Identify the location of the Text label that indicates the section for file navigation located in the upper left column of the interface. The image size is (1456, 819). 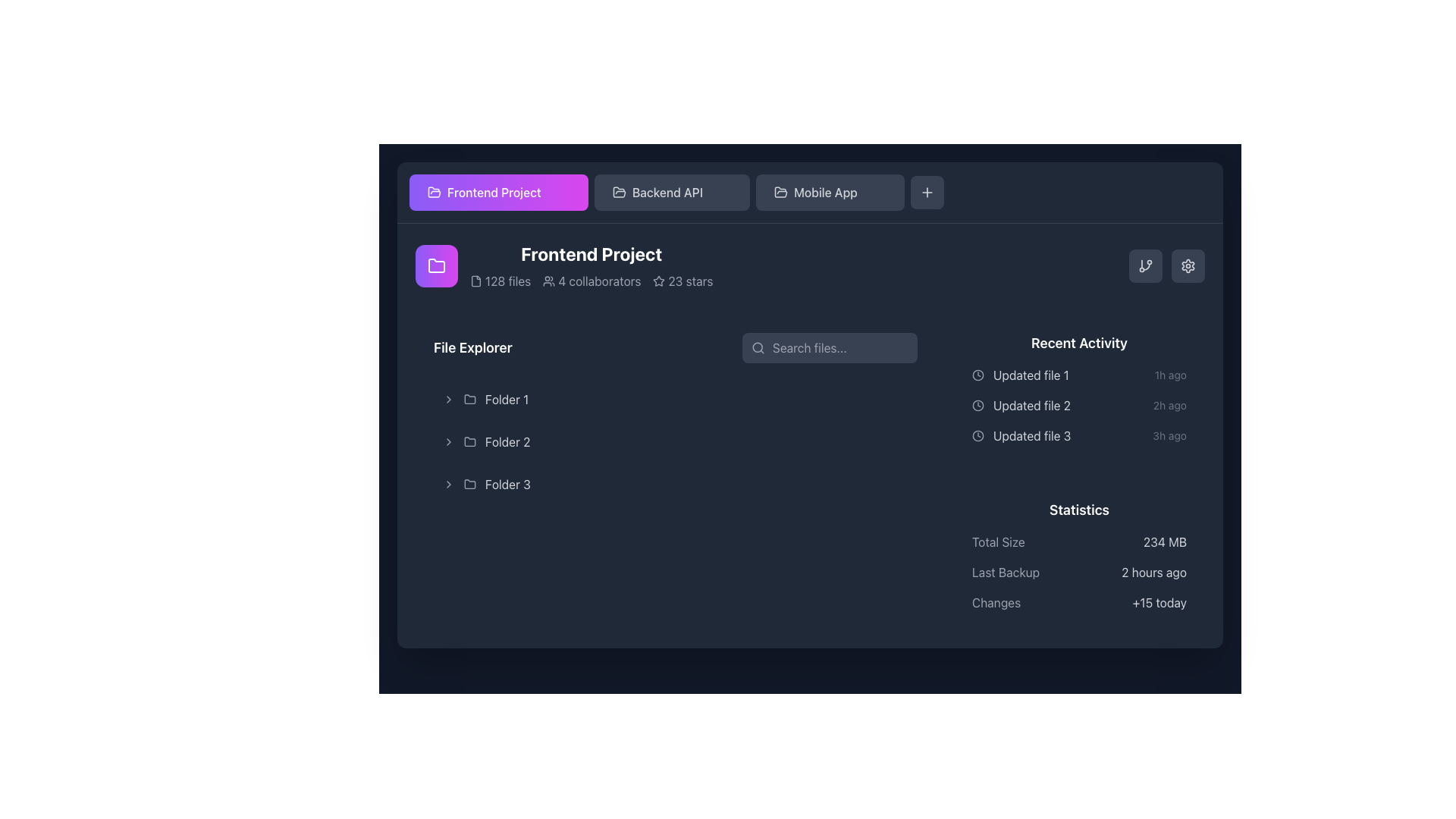
(472, 348).